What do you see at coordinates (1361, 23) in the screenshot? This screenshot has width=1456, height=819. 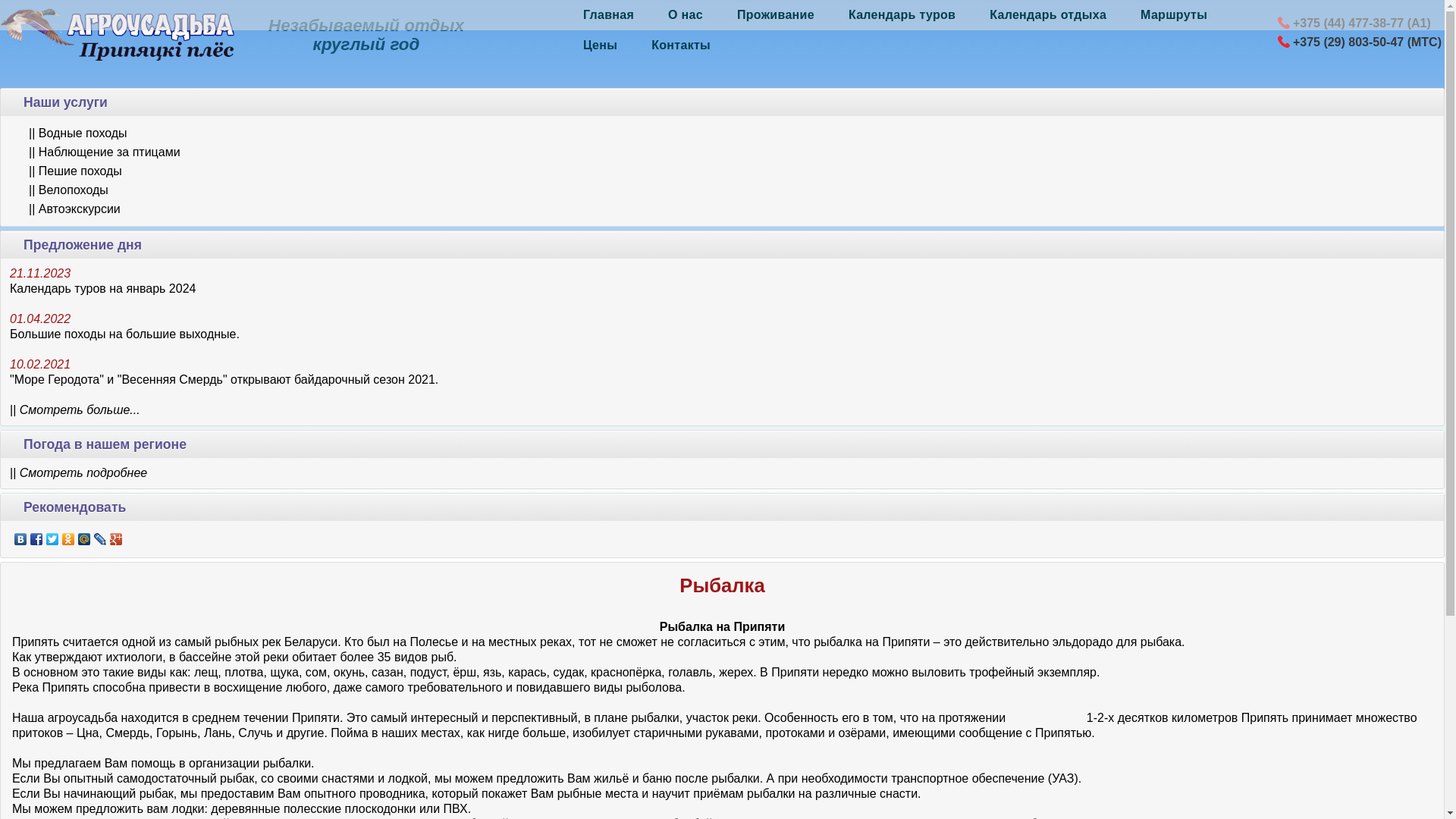 I see `'+375 (44) 477-38-77 (A1)'` at bounding box center [1361, 23].